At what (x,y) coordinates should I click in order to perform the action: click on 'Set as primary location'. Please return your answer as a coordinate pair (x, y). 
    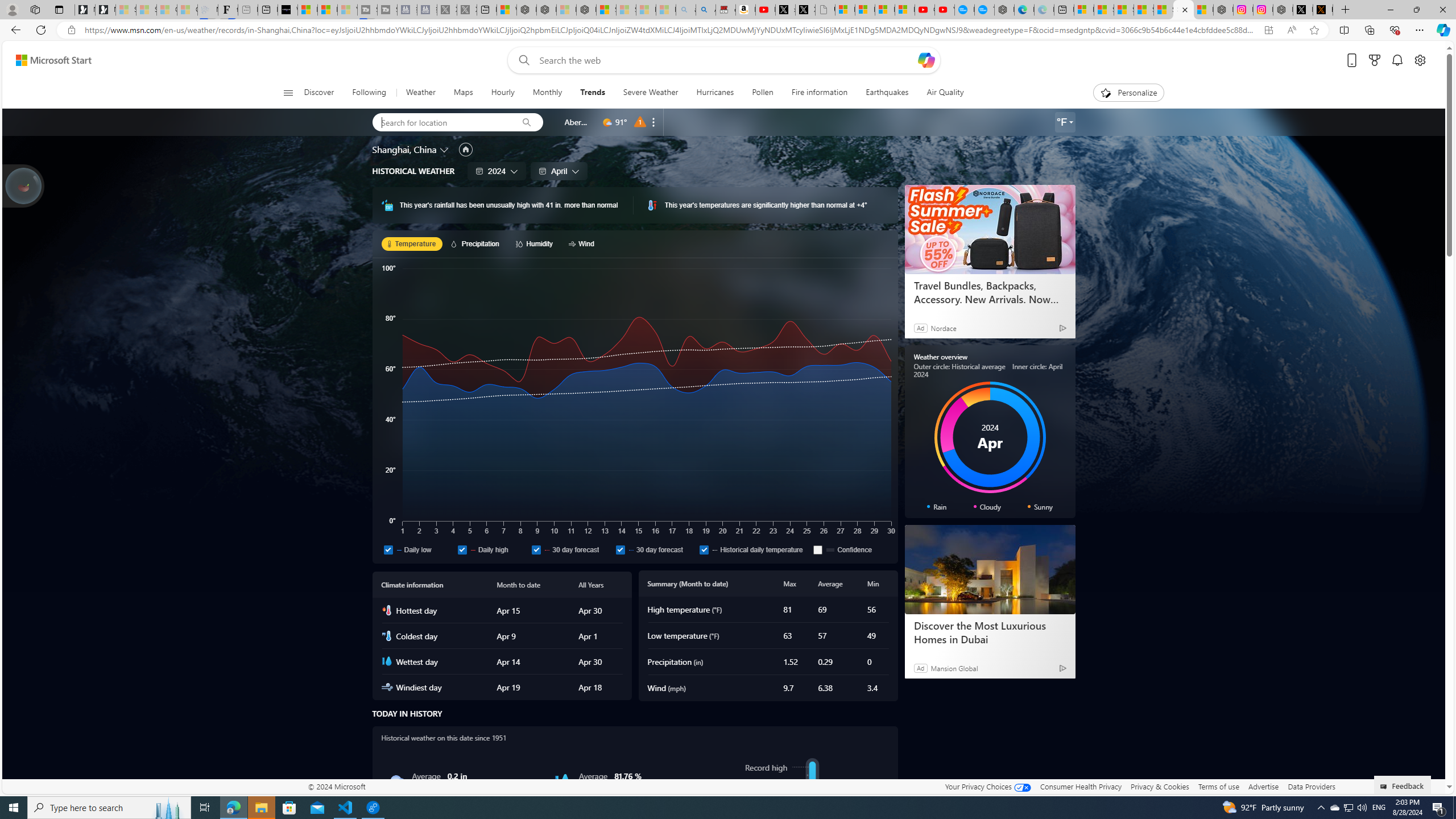
    Looking at the image, I should click on (466, 148).